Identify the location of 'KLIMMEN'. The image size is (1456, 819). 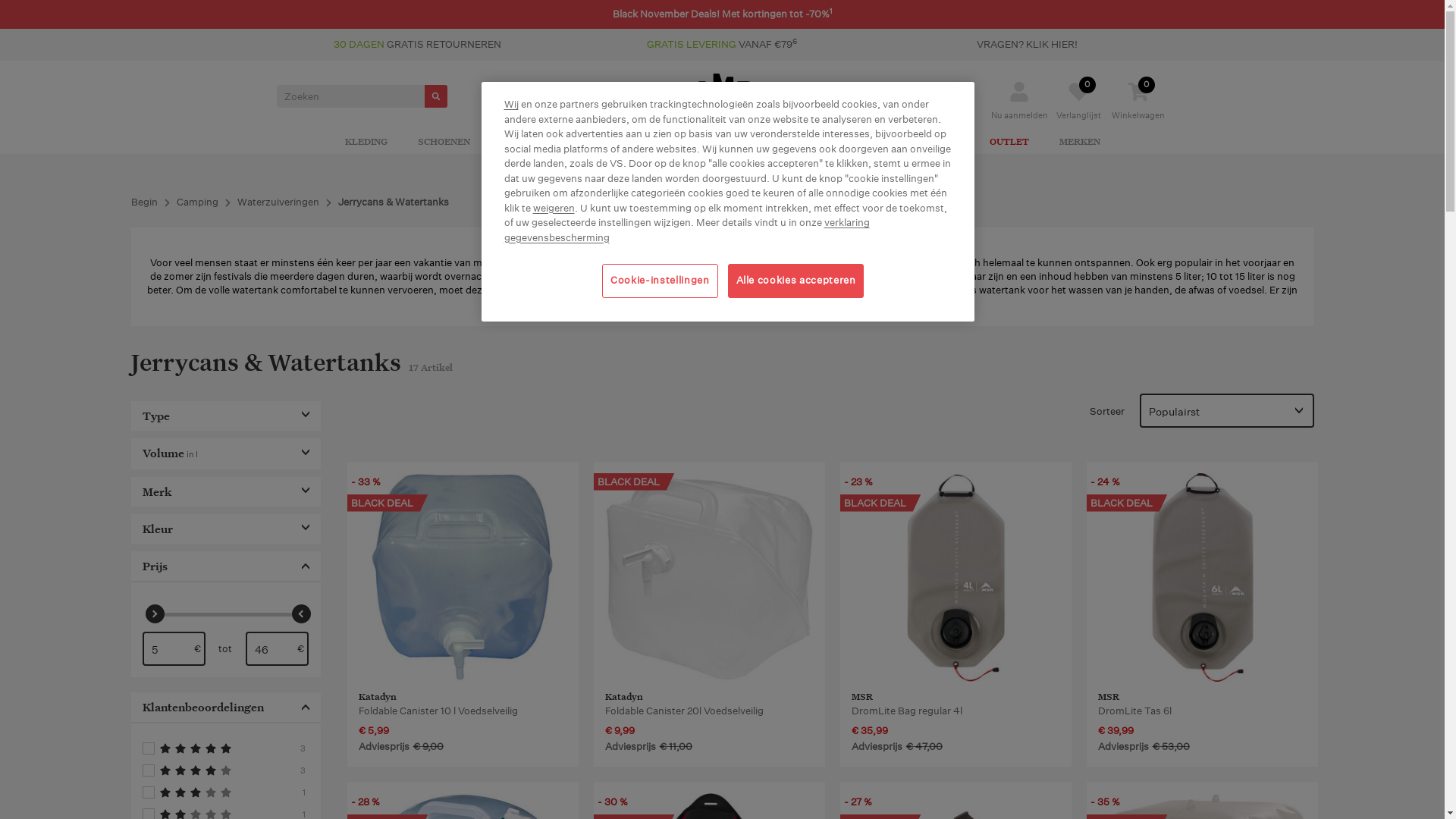
(686, 143).